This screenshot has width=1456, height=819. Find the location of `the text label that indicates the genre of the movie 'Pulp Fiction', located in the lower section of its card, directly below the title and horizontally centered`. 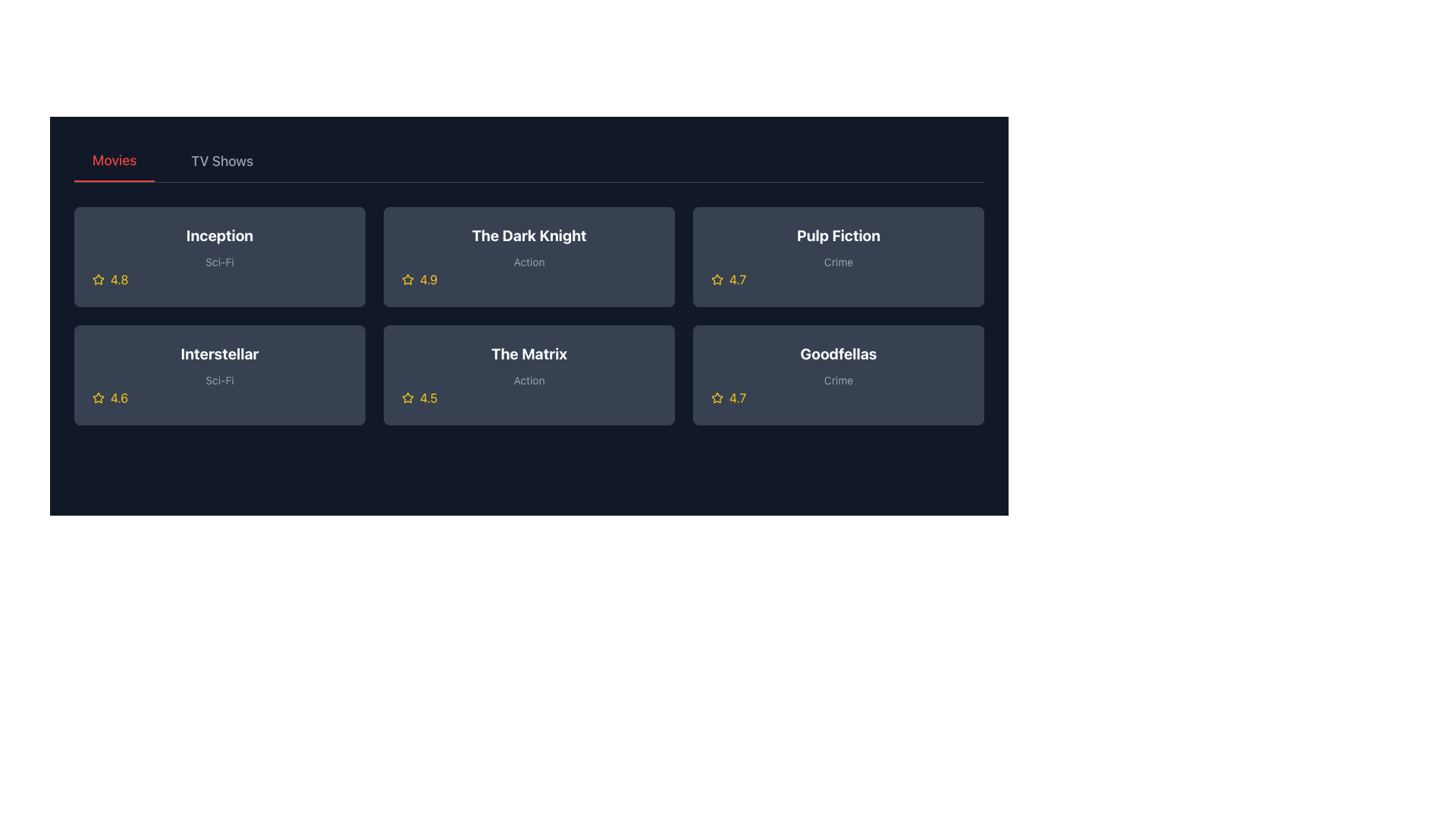

the text label that indicates the genre of the movie 'Pulp Fiction', located in the lower section of its card, directly below the title and horizontally centered is located at coordinates (837, 261).